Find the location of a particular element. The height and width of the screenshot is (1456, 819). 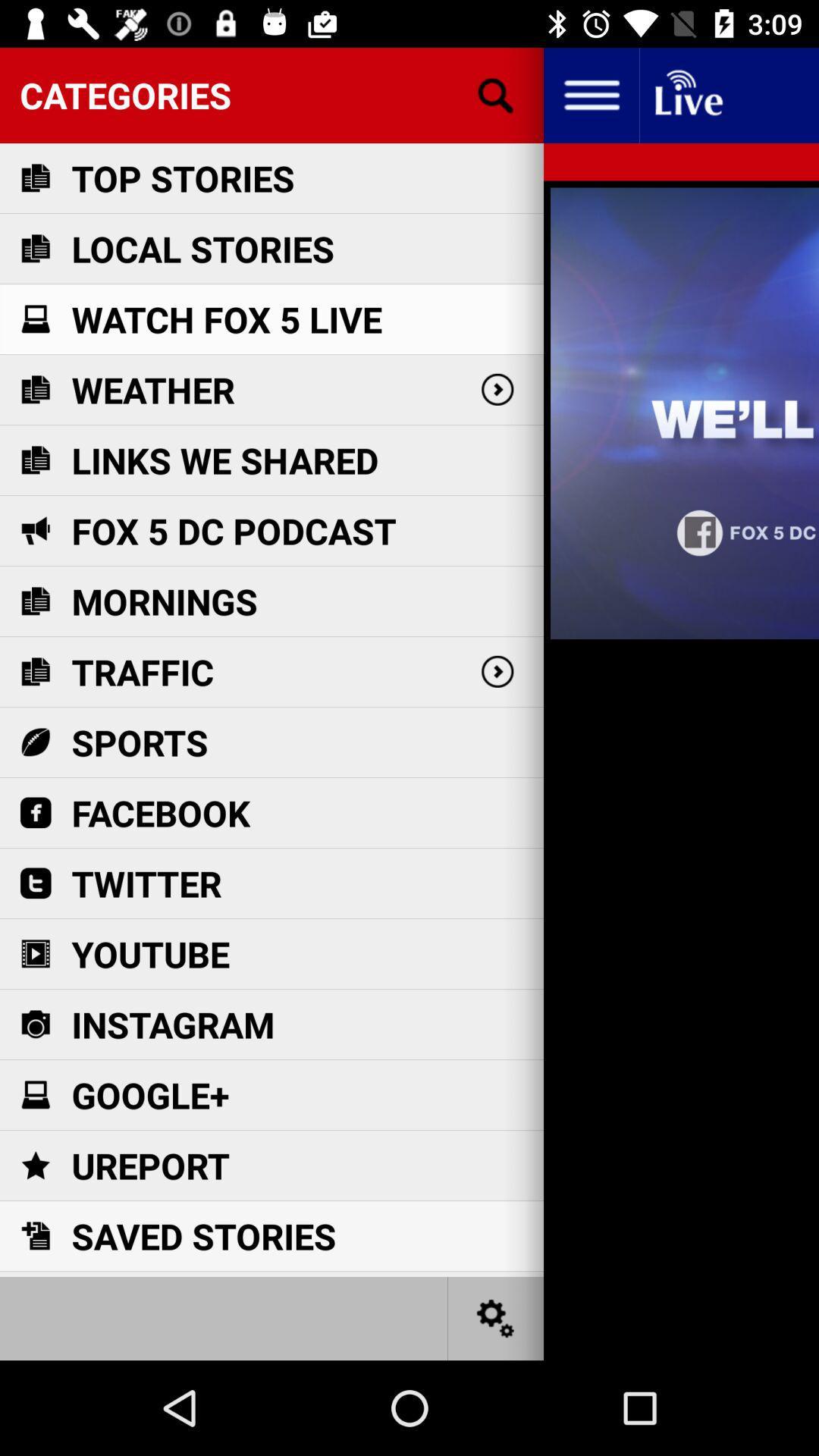

live is located at coordinates (687, 94).